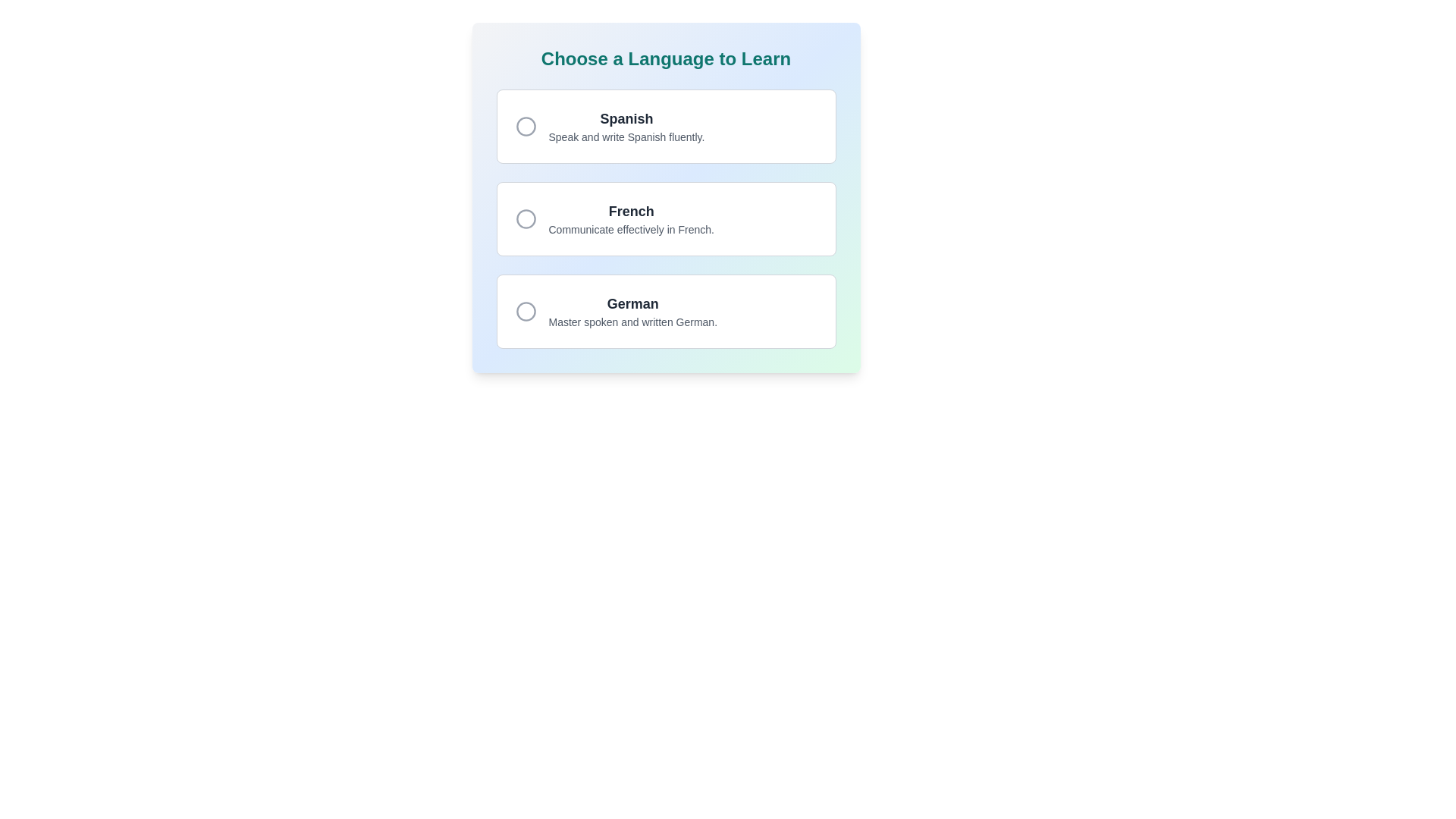  What do you see at coordinates (626, 137) in the screenshot?
I see `the text element that reads 'Speak and write Spanish fluently.', which is styled in gray and located immediately below the bolded text 'Spanish'` at bounding box center [626, 137].